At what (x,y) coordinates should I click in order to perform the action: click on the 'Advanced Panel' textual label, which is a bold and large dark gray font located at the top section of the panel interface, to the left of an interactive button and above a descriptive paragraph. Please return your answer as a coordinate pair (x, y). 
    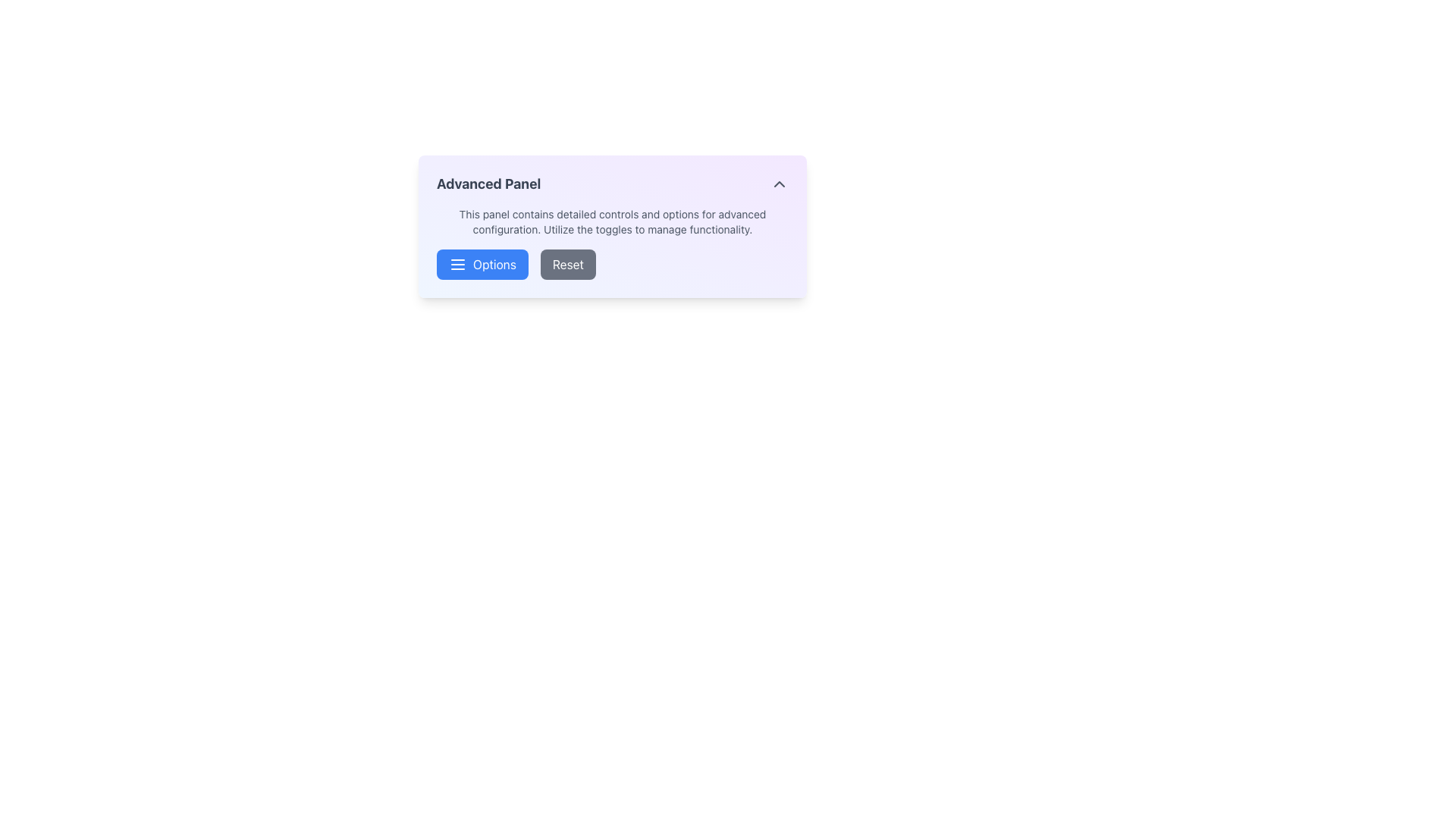
    Looking at the image, I should click on (488, 184).